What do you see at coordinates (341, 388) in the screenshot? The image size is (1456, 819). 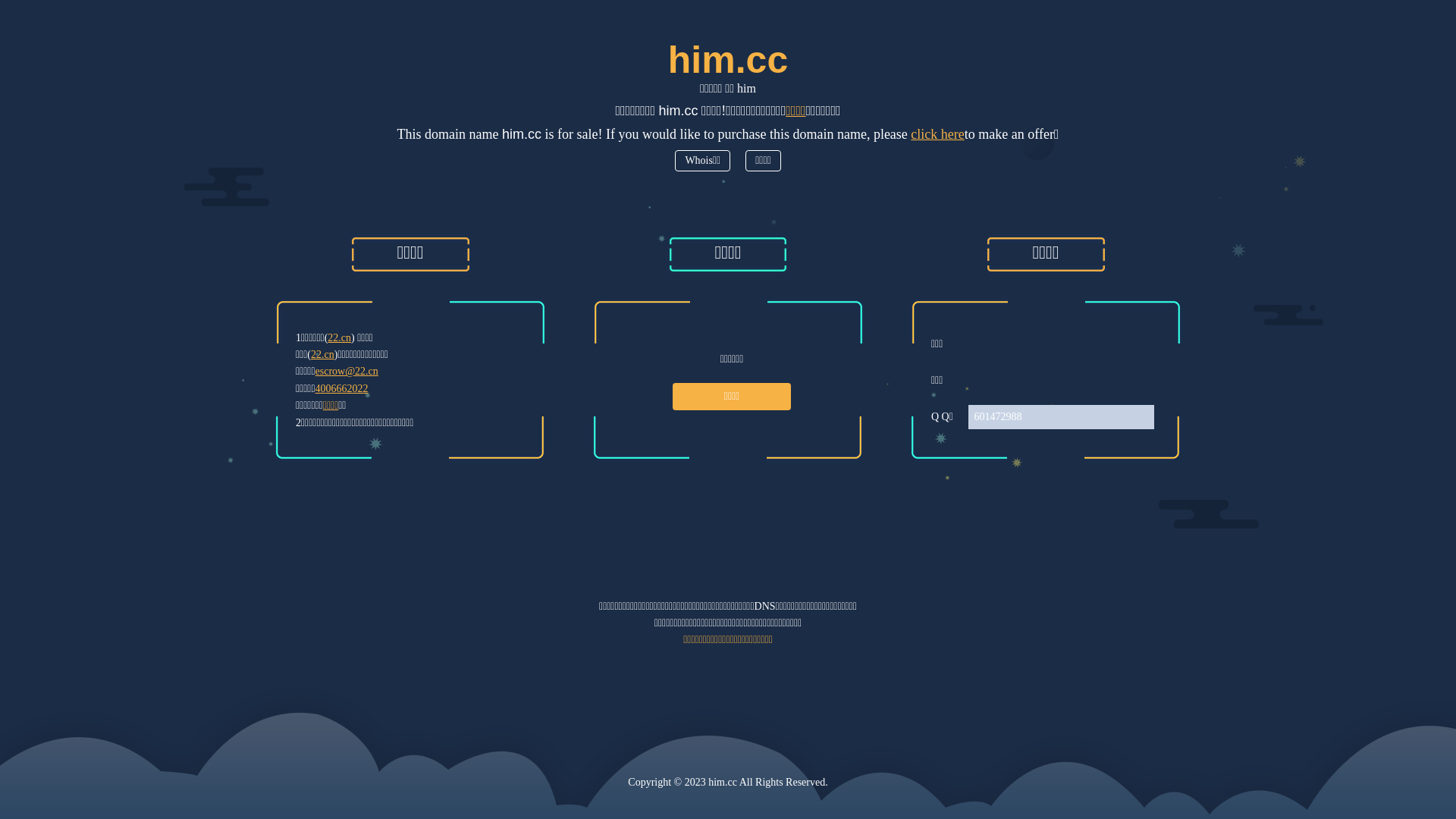 I see `'4006662022'` at bounding box center [341, 388].